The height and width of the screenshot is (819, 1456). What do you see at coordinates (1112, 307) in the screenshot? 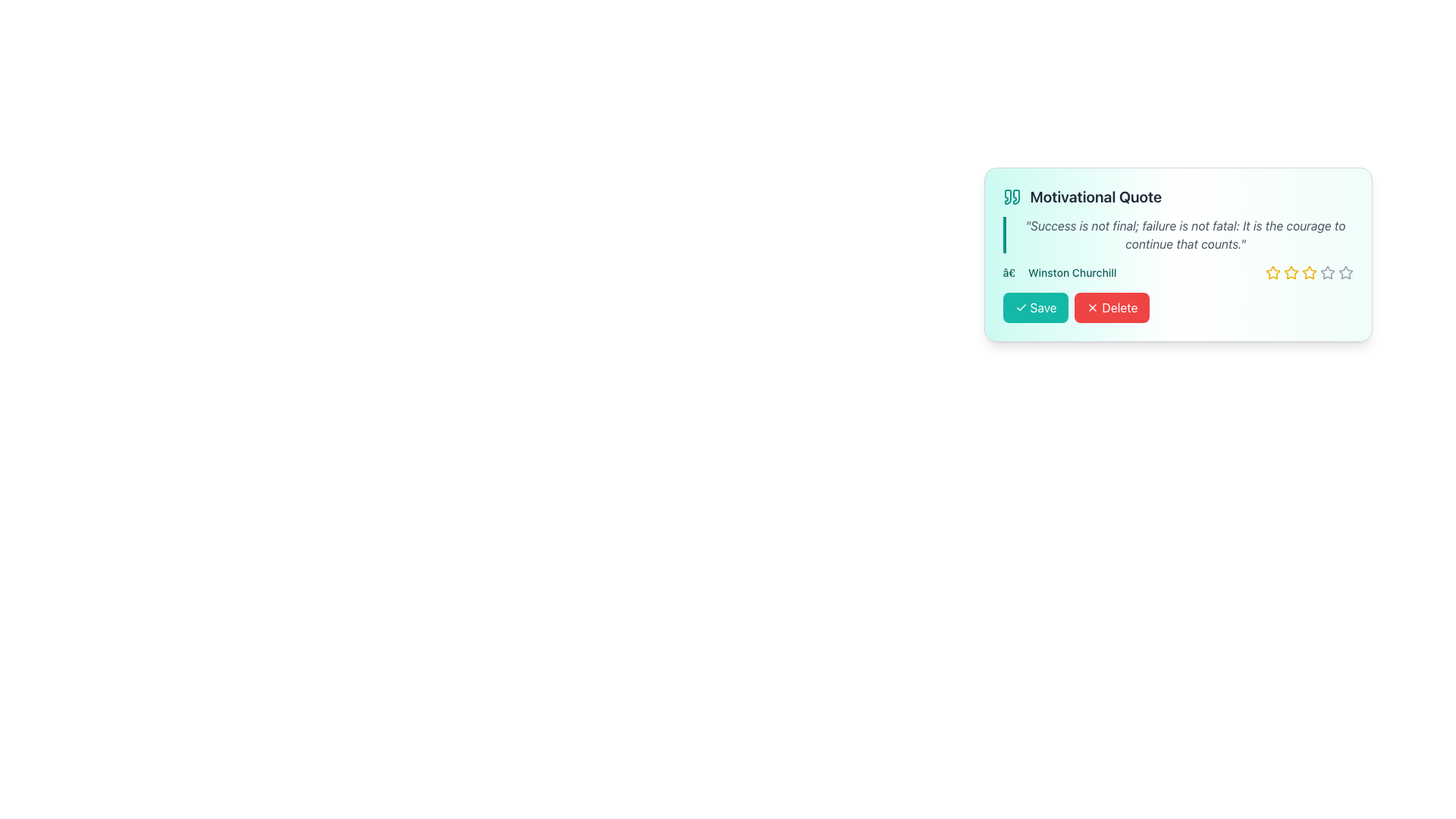
I see `the red 'Delete' button with a white text label and a cross icon` at bounding box center [1112, 307].